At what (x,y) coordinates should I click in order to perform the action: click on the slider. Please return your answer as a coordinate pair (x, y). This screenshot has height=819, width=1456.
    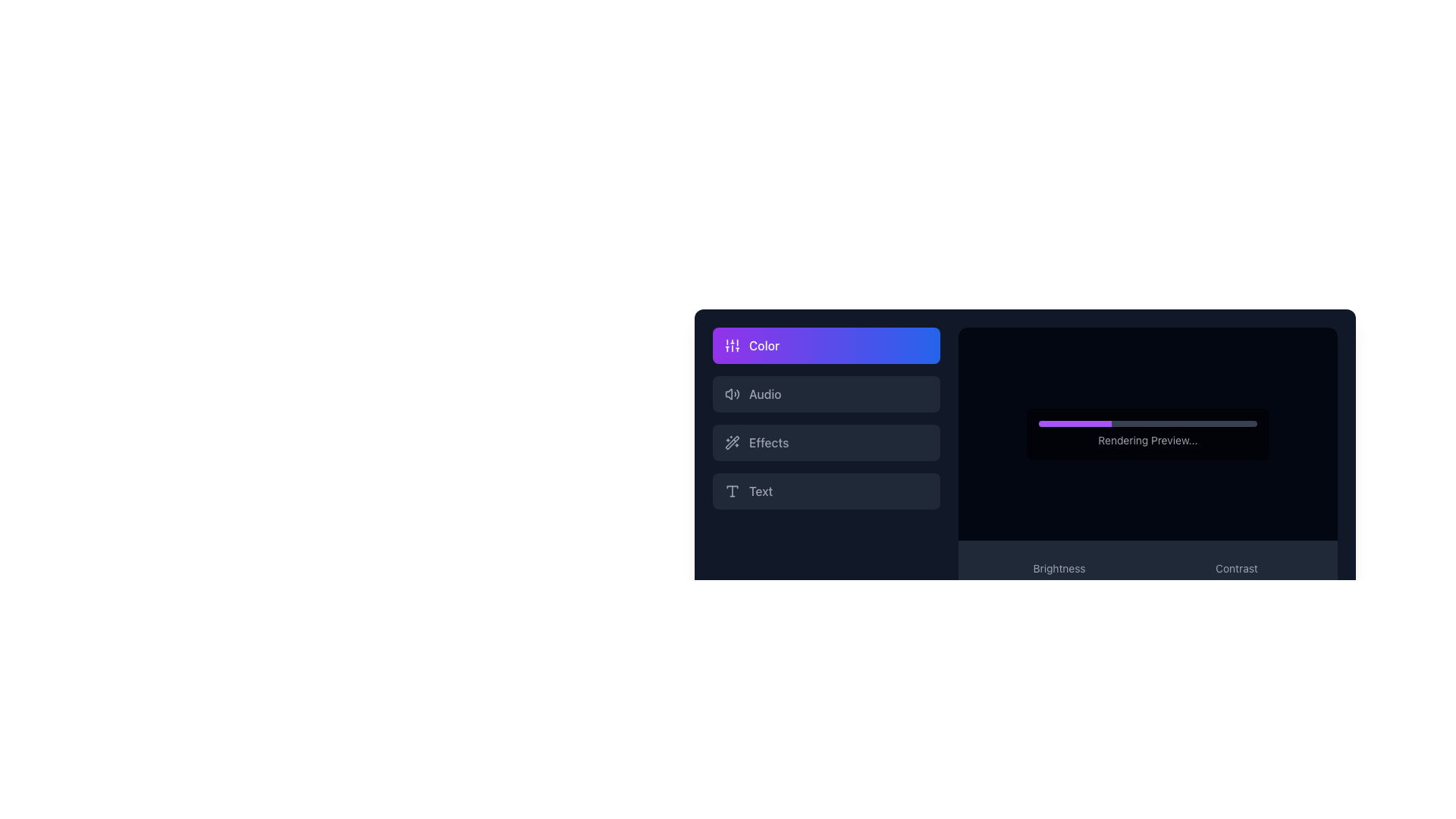
    Looking at the image, I should click on (1076, 588).